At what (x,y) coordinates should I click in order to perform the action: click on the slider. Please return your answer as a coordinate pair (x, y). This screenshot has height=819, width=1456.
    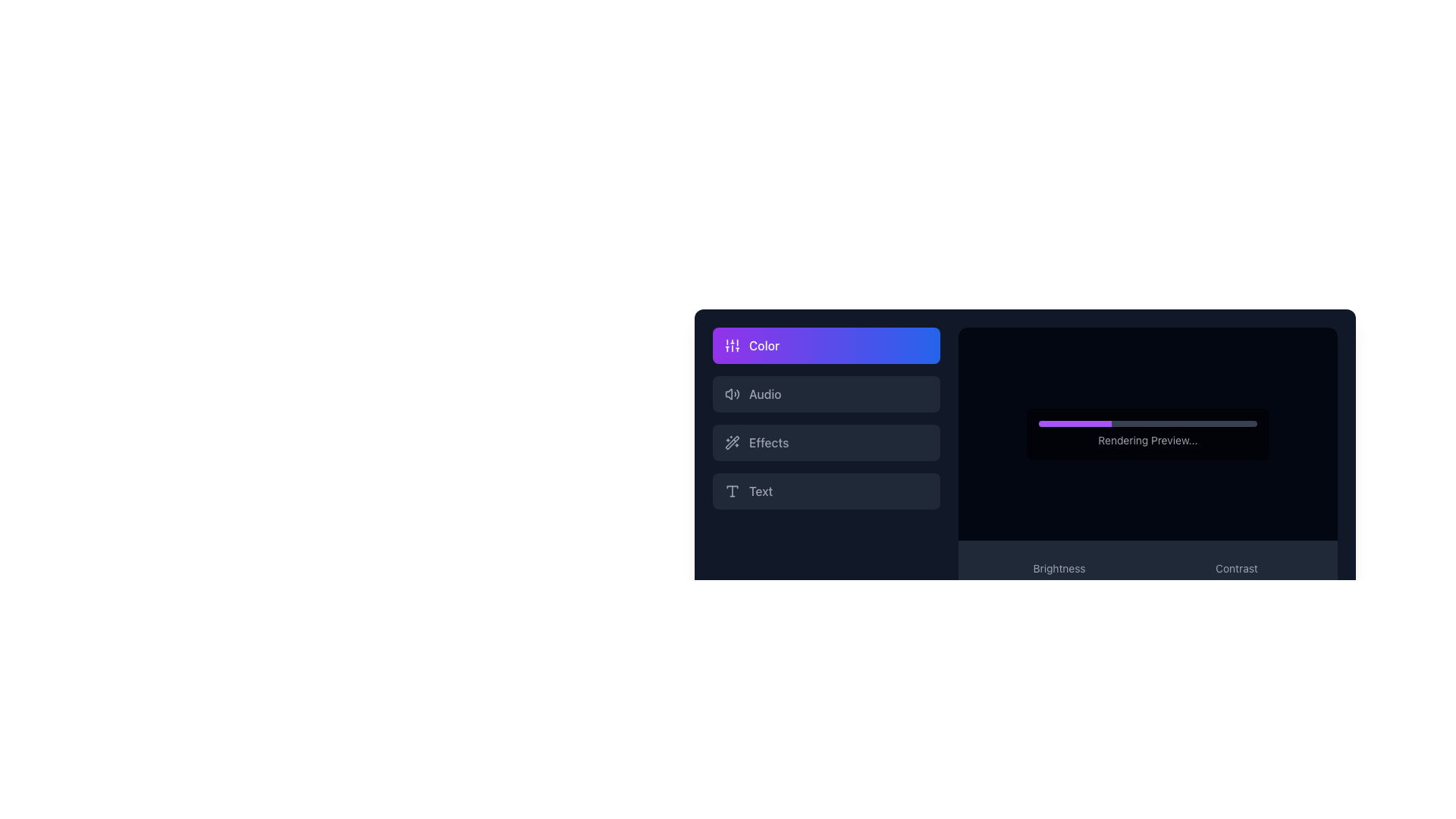
    Looking at the image, I should click on (1076, 588).